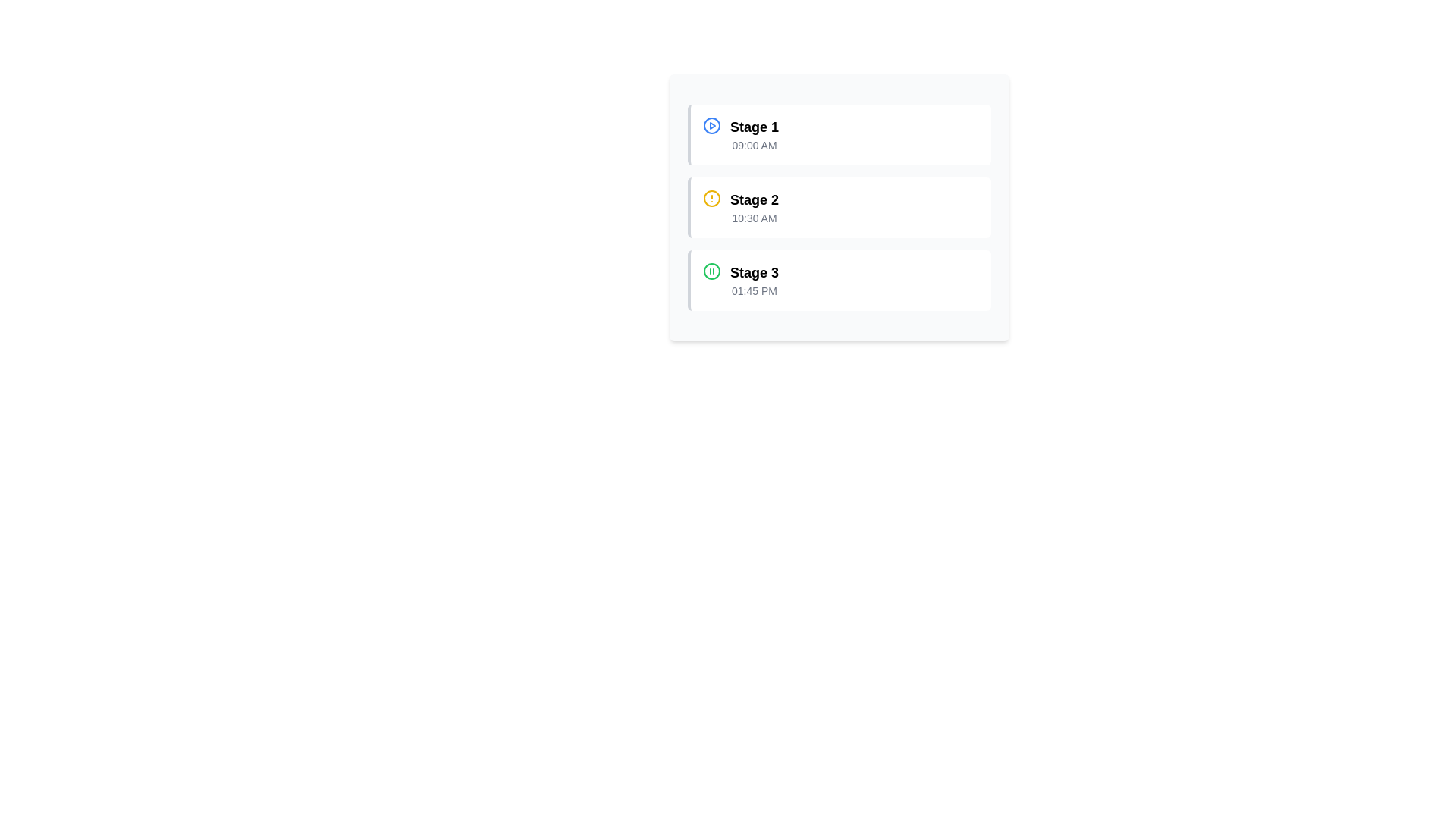  What do you see at coordinates (711, 198) in the screenshot?
I see `the circular alert icon with a yellow outline and an exclamation mark located at the top left corner of the 'Stage 2' row` at bounding box center [711, 198].